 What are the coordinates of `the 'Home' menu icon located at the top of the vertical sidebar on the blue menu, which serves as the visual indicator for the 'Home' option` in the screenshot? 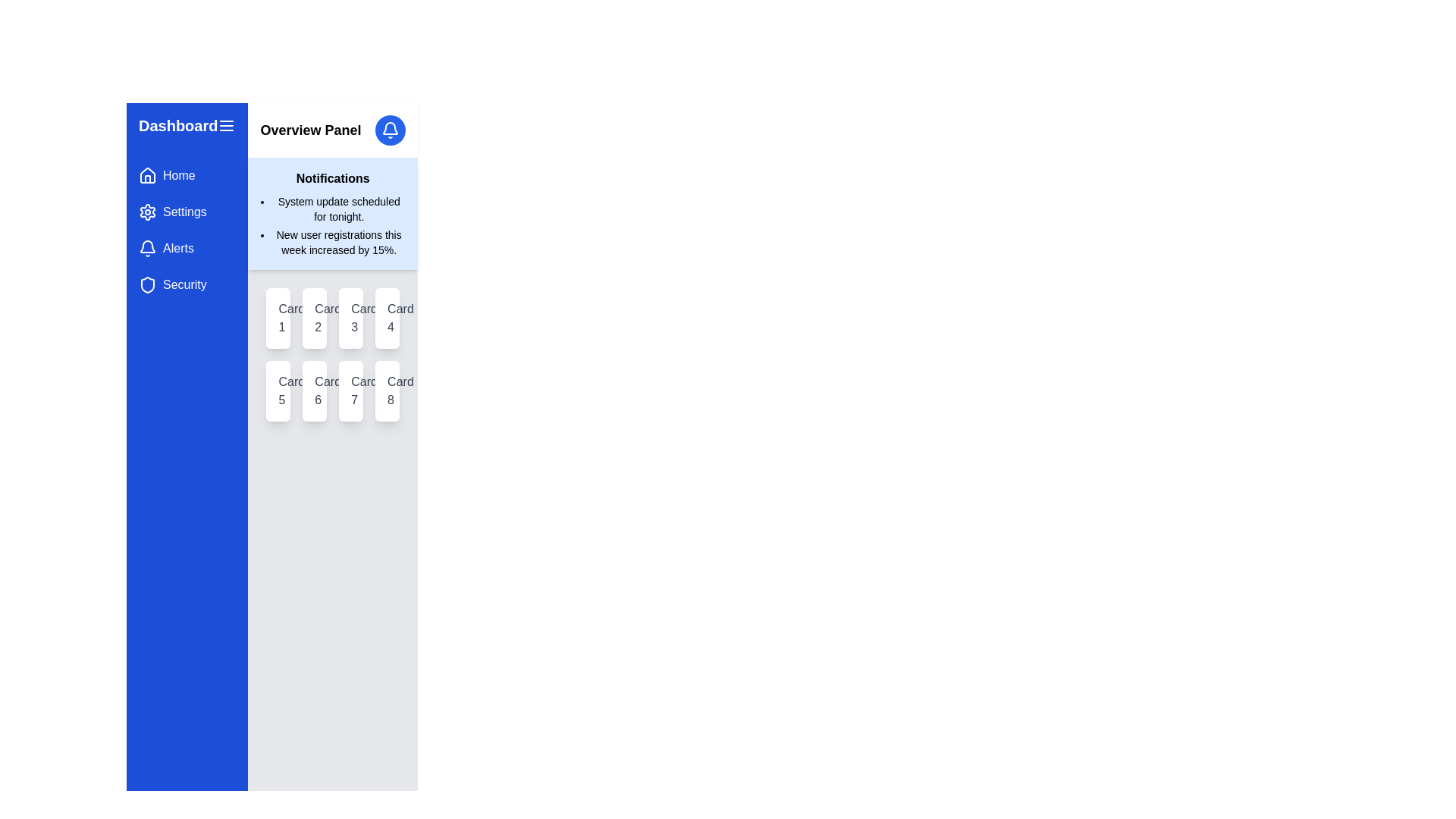 It's located at (148, 174).